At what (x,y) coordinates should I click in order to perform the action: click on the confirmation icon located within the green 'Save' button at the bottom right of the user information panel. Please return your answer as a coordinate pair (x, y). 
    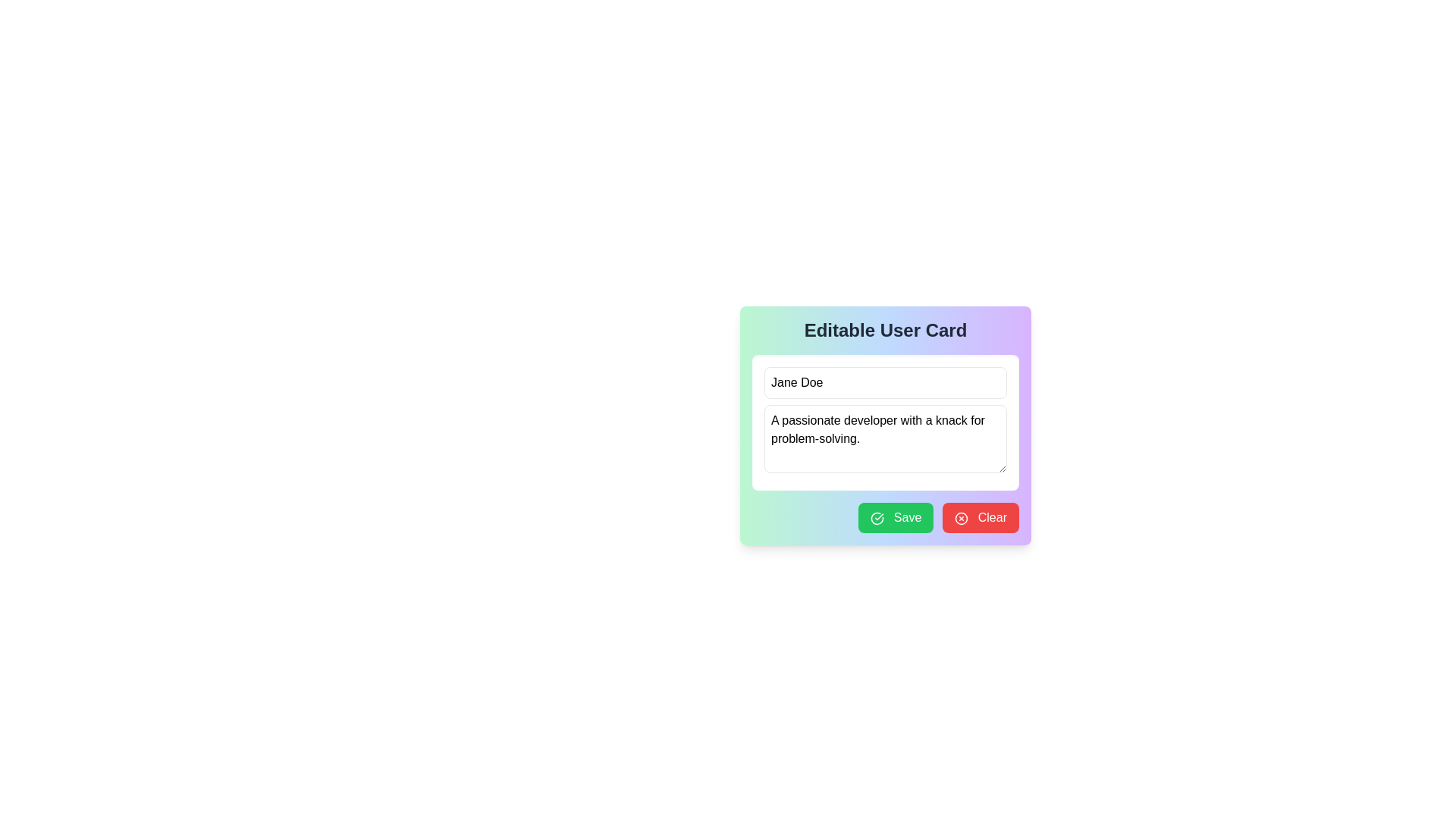
    Looking at the image, I should click on (877, 517).